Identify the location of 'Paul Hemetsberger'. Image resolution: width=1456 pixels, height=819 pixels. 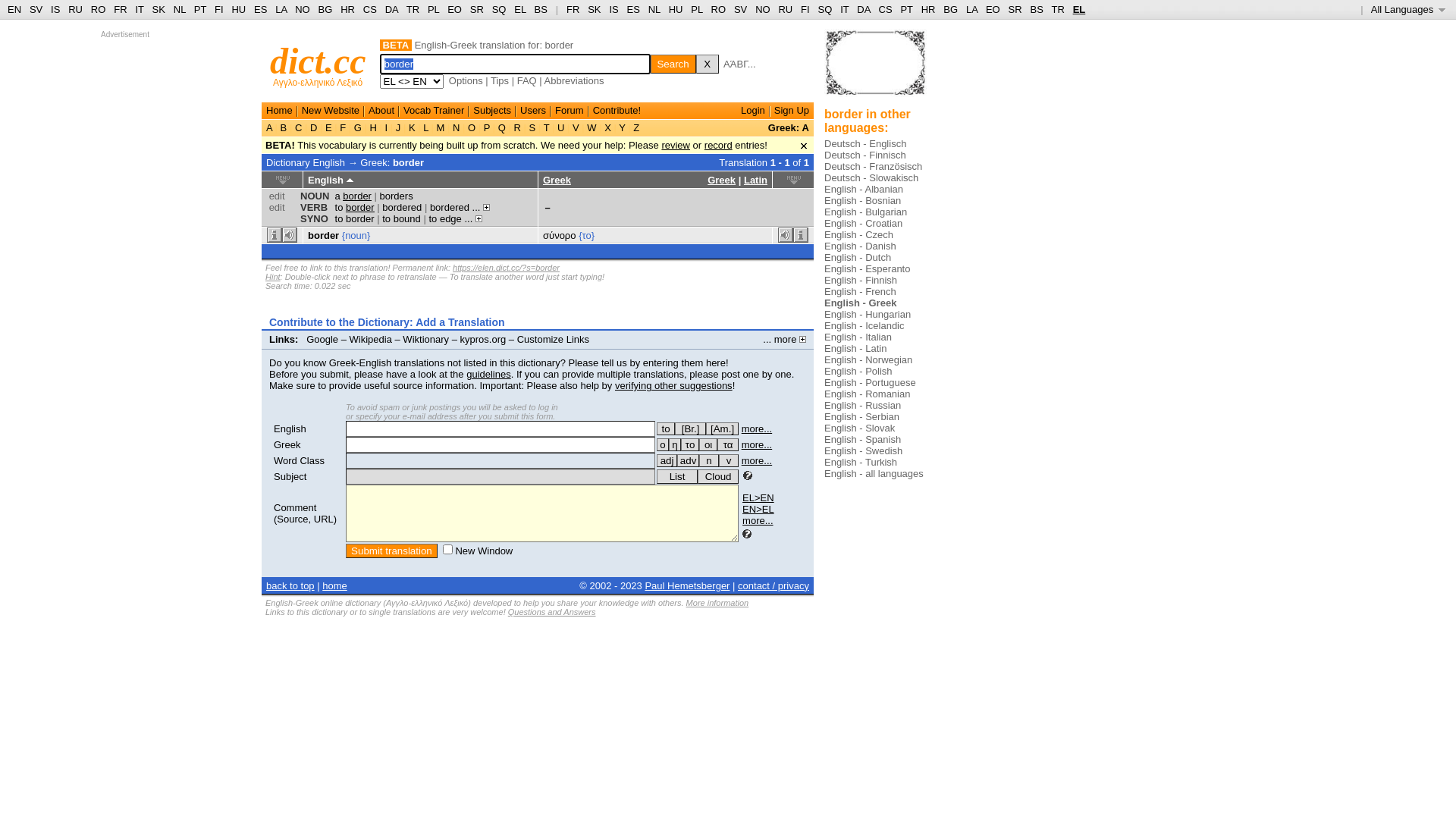
(644, 585).